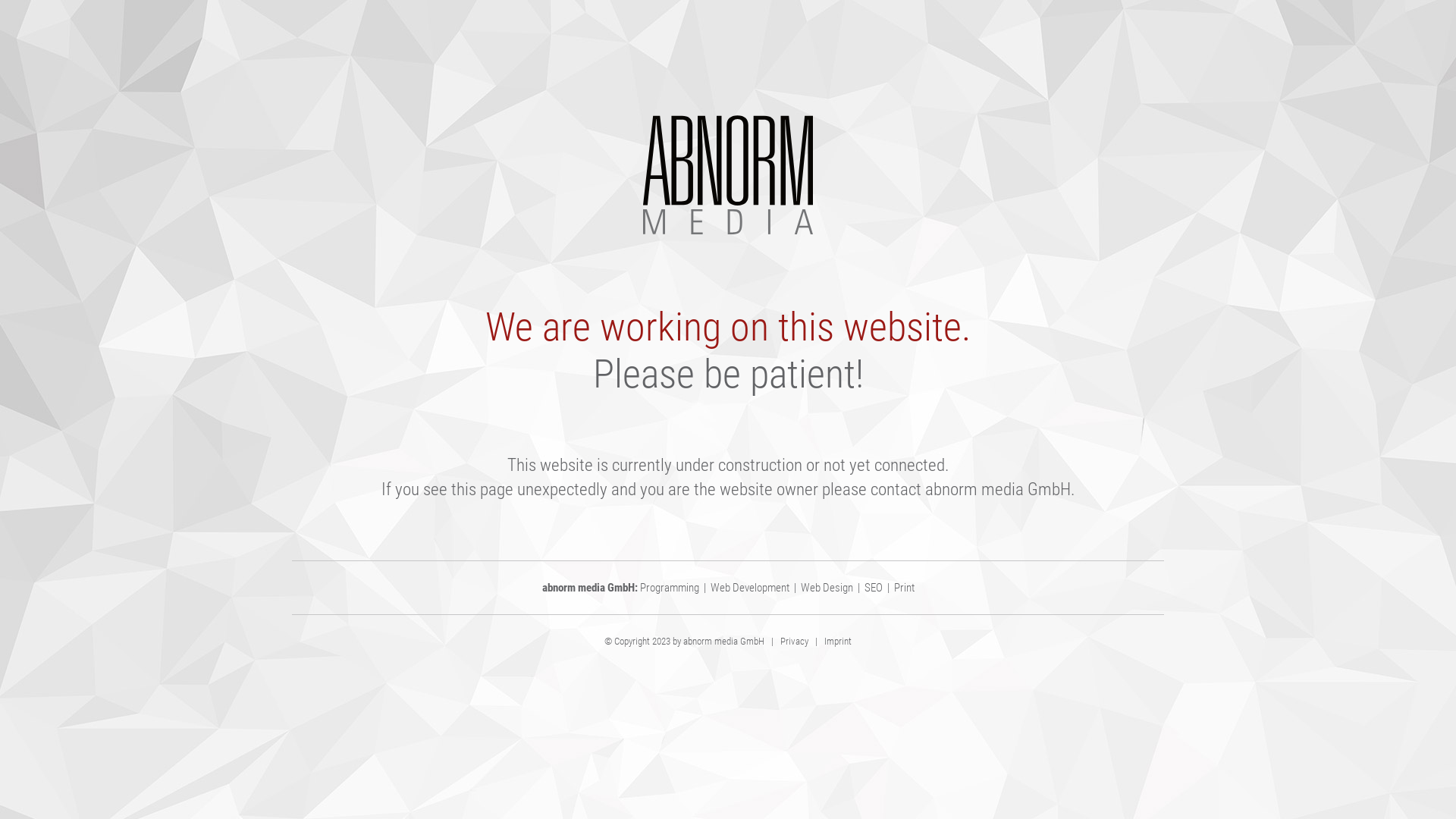 The height and width of the screenshot is (819, 1456). What do you see at coordinates (793, 641) in the screenshot?
I see `'Privacy'` at bounding box center [793, 641].